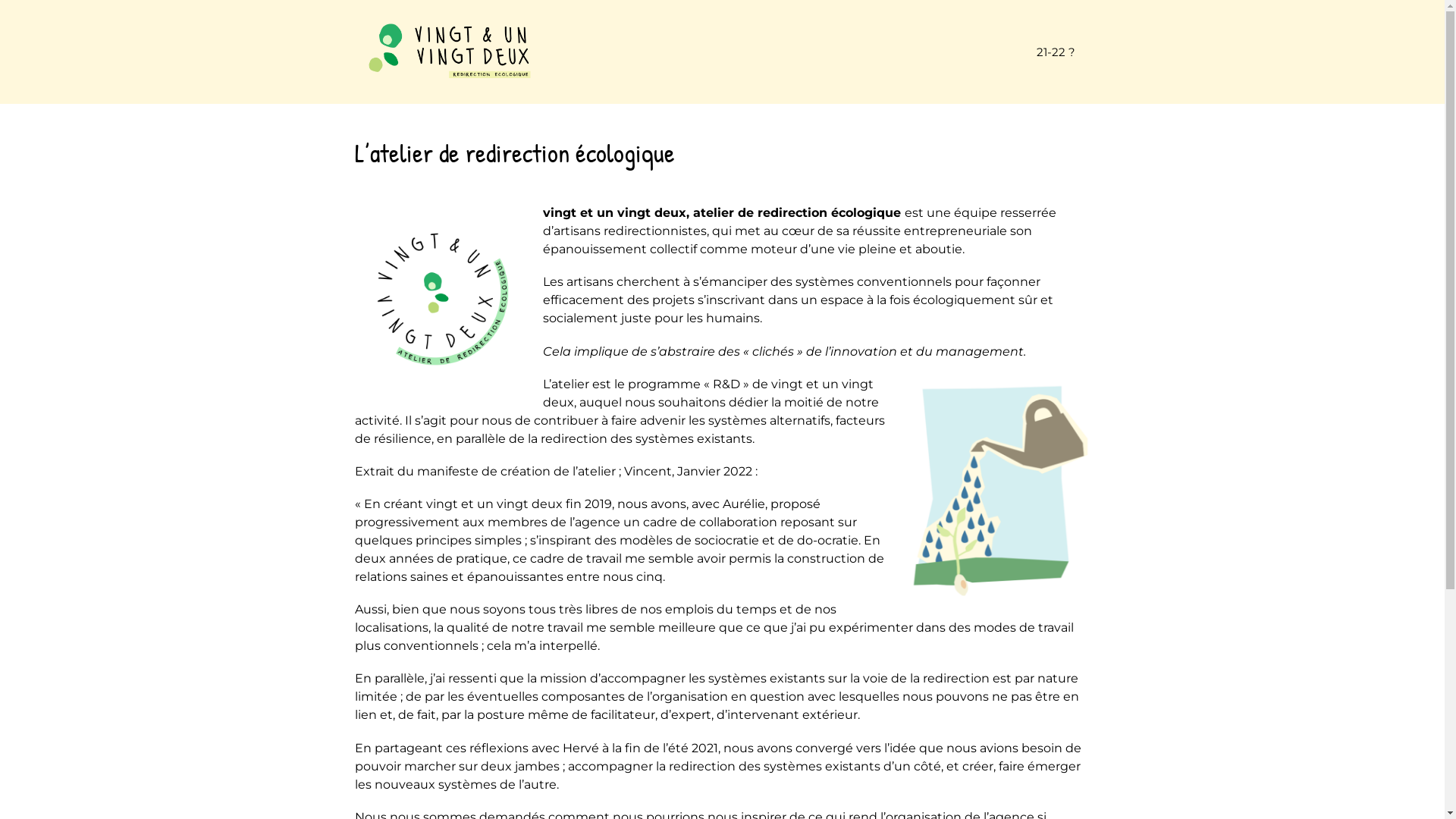 Image resolution: width=1456 pixels, height=819 pixels. Describe the element at coordinates (1054, 52) in the screenshot. I see `'21-22 ?'` at that location.